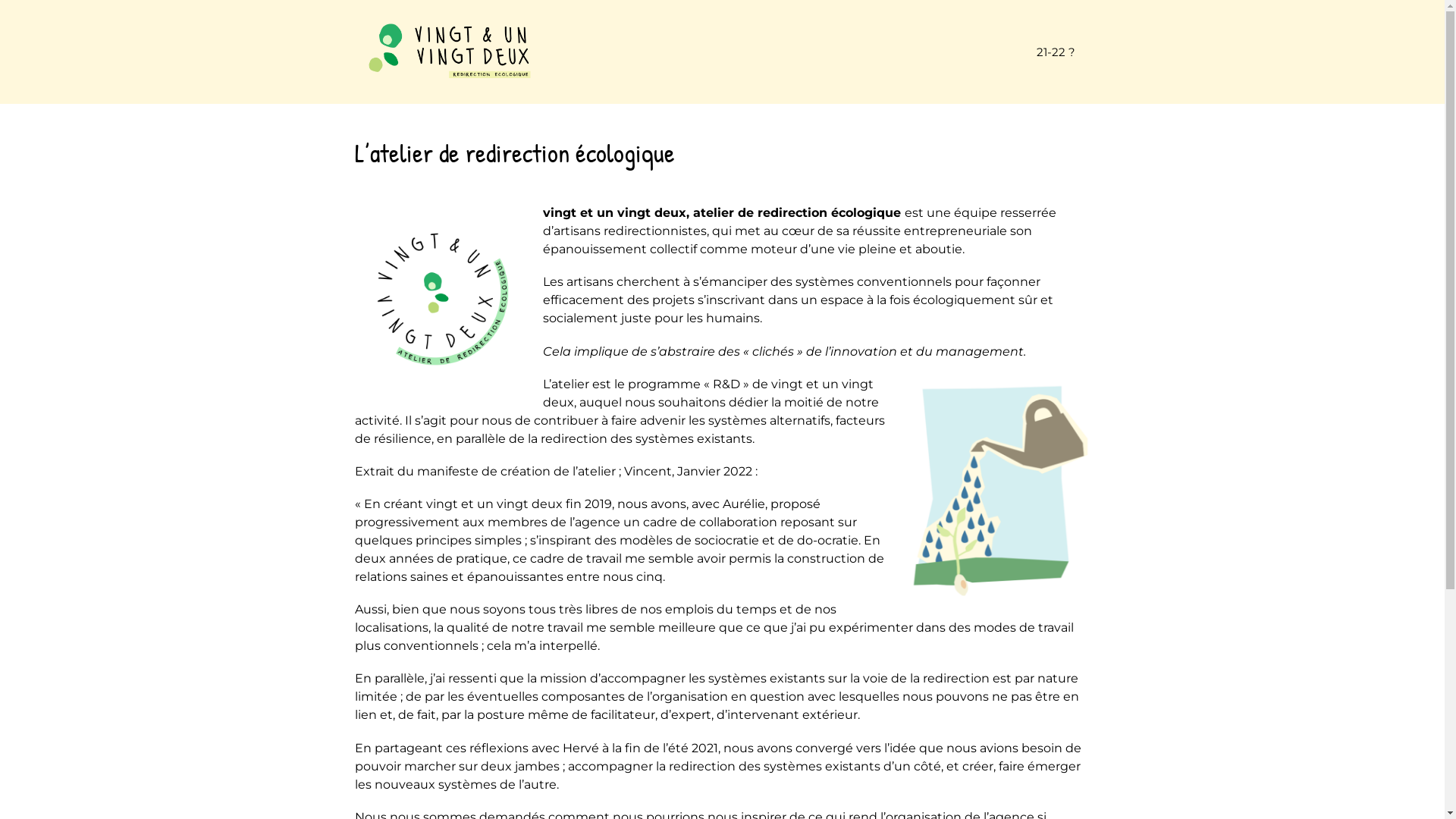 Image resolution: width=1456 pixels, height=819 pixels. Describe the element at coordinates (1054, 52) in the screenshot. I see `'21-22 ?'` at that location.